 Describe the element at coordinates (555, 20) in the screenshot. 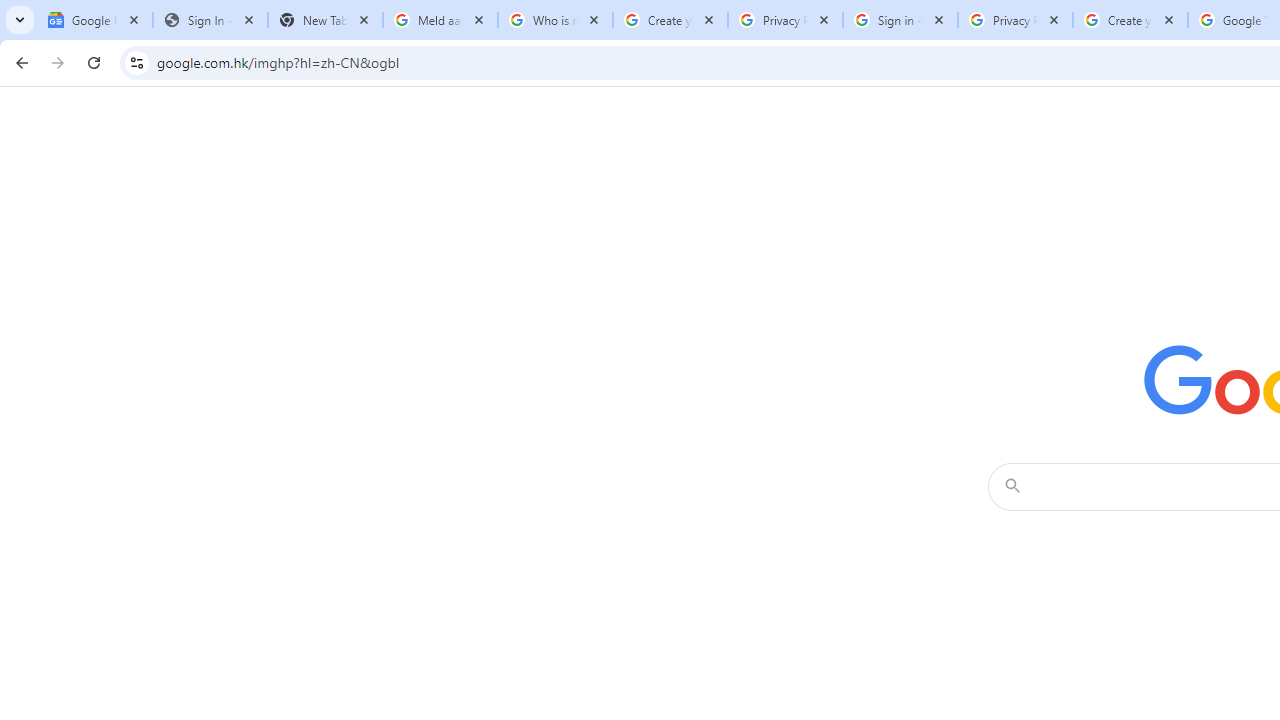

I see `'Who is my administrator? - Google Account Help'` at that location.